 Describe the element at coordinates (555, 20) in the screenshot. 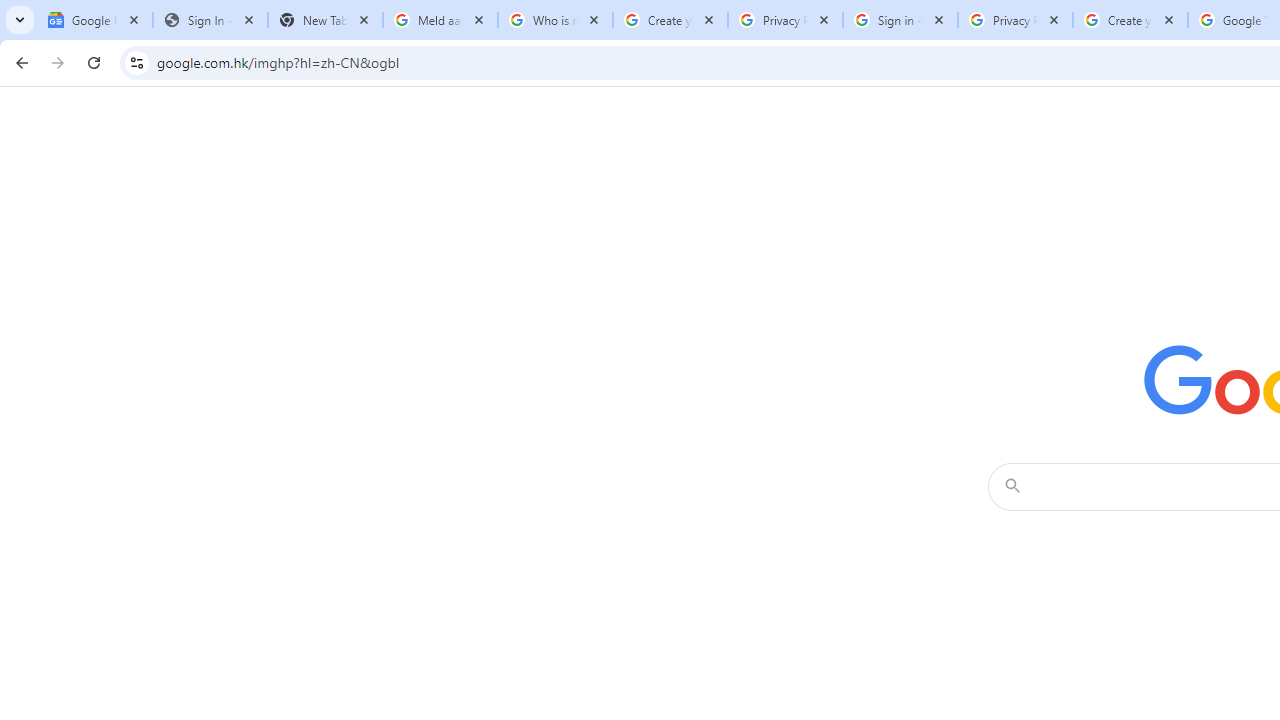

I see `'Who is my administrator? - Google Account Help'` at that location.